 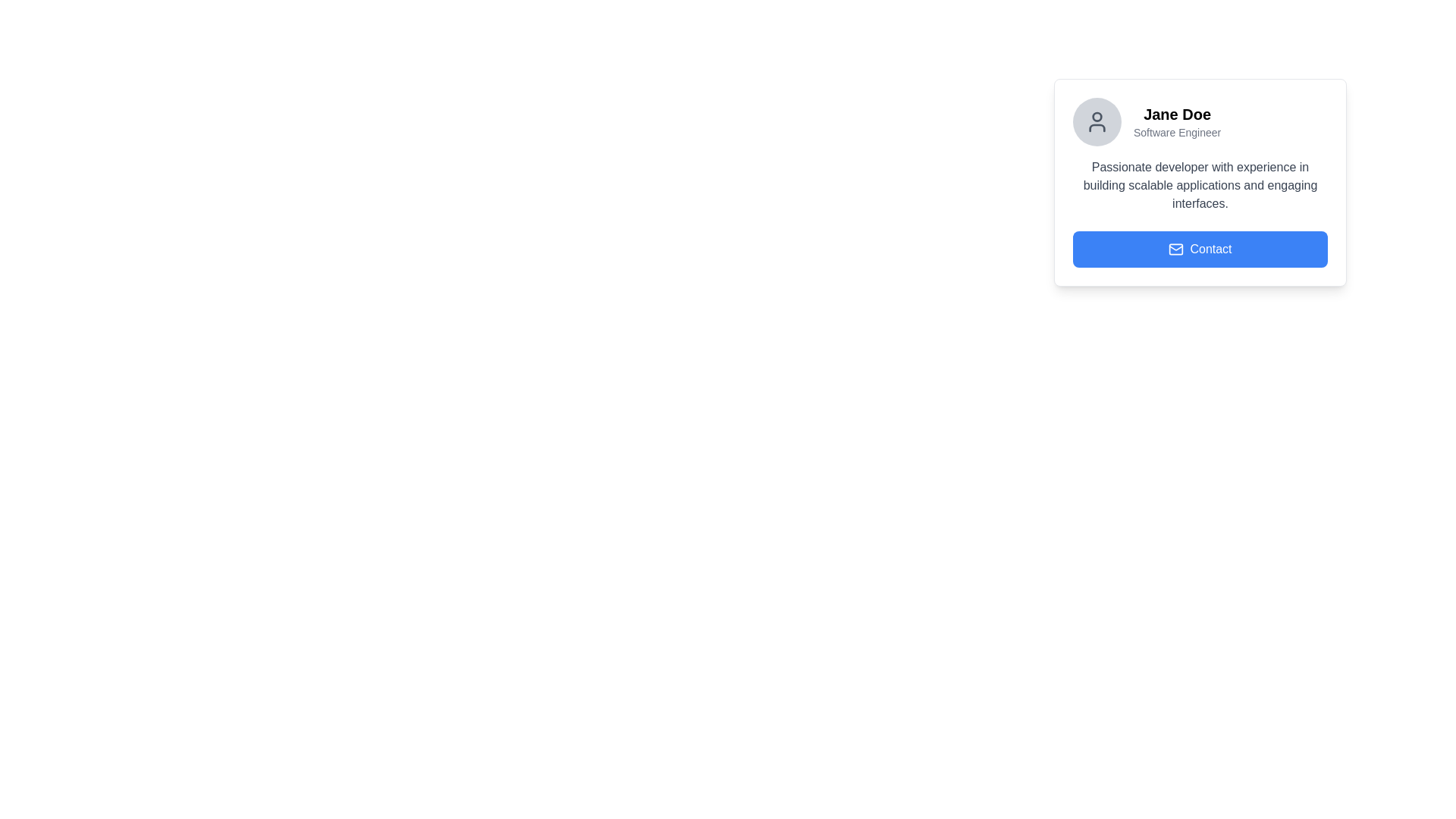 What do you see at coordinates (1200, 185) in the screenshot?
I see `the descriptive text element providing a summary about Jane Doe, a Software Engineer` at bounding box center [1200, 185].